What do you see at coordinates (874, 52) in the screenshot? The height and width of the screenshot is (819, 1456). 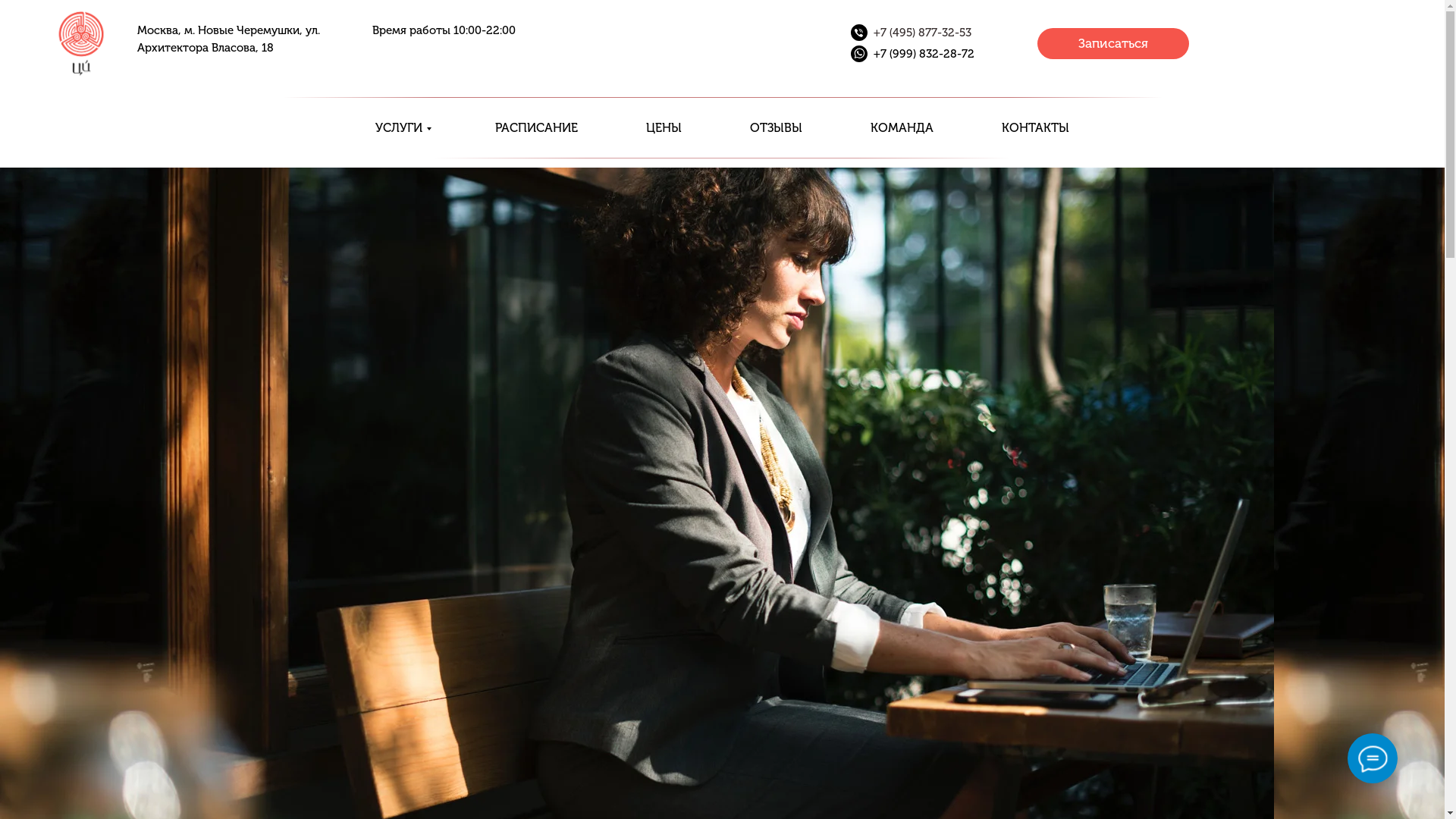 I see `'+7 (999) 832-28-72'` at bounding box center [874, 52].